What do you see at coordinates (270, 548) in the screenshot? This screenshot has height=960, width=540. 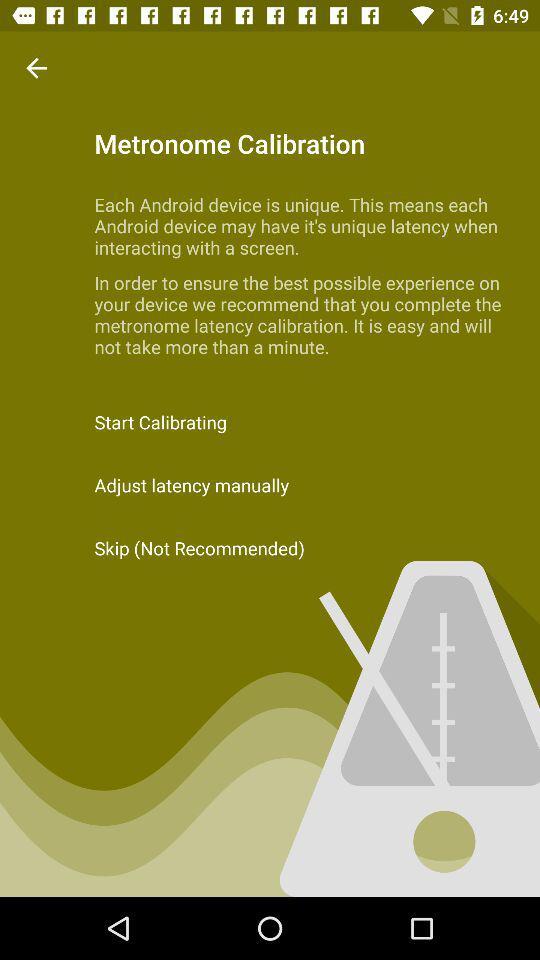 I see `the item below the adjust latency manually` at bounding box center [270, 548].